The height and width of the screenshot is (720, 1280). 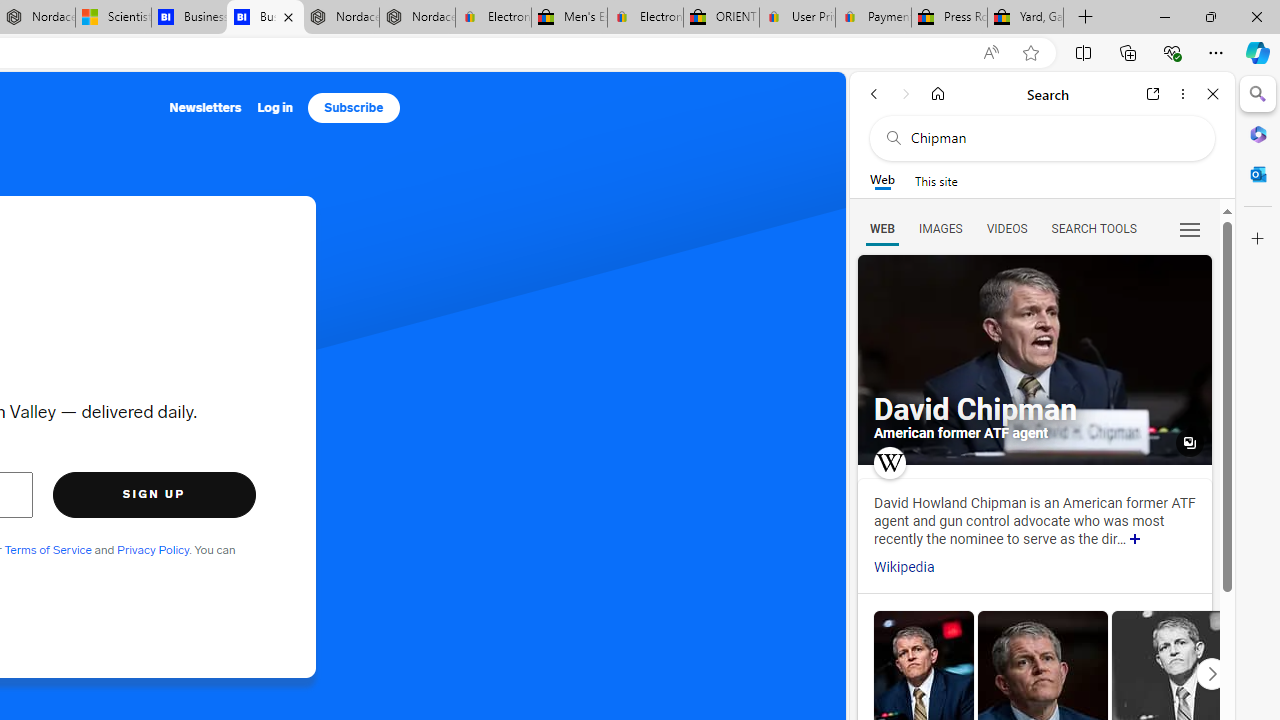 What do you see at coordinates (151, 549) in the screenshot?
I see `'Privacy Policy'` at bounding box center [151, 549].